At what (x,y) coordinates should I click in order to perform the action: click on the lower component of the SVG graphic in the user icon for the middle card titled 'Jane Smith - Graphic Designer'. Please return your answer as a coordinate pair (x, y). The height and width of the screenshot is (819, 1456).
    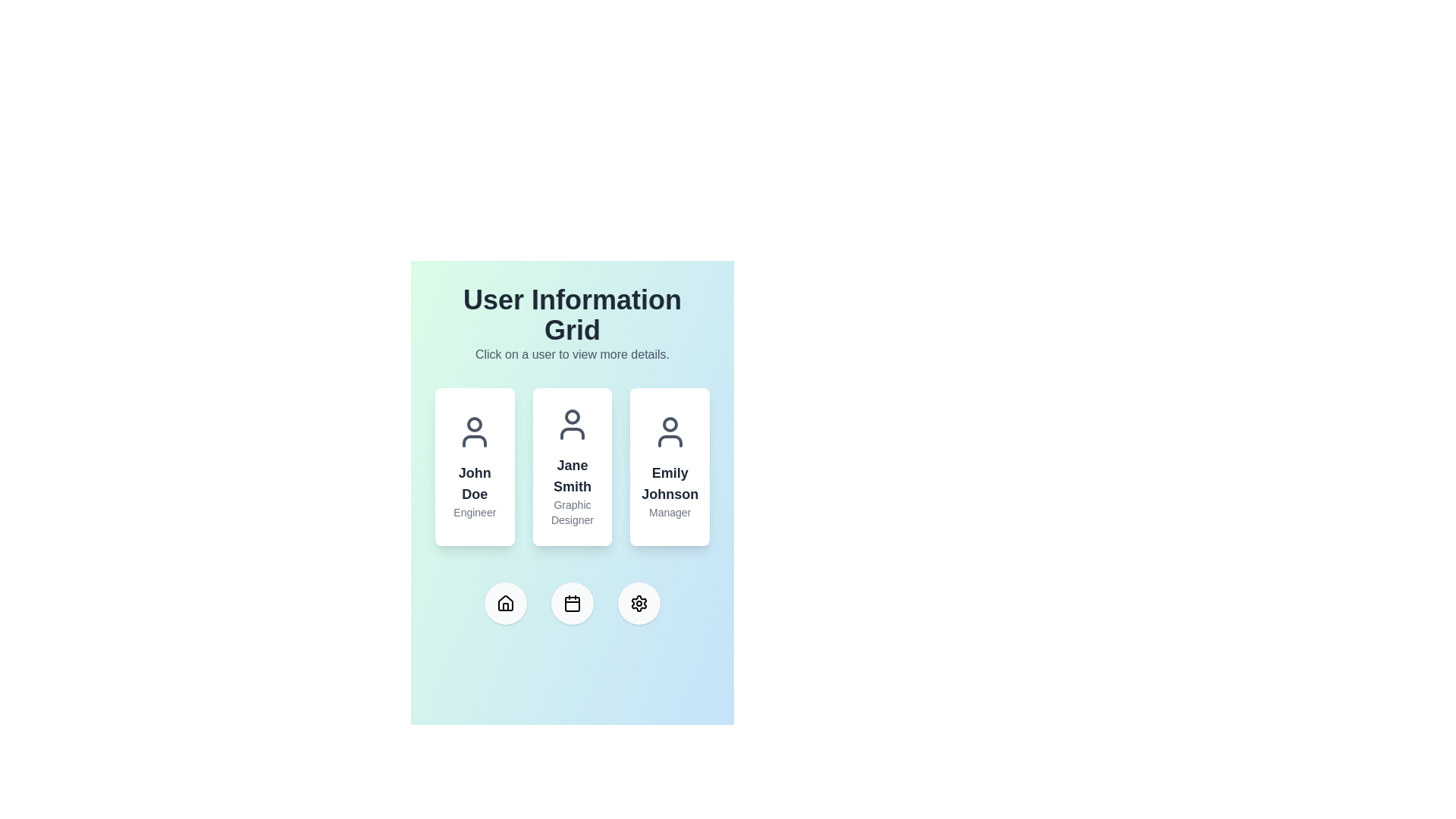
    Looking at the image, I should click on (571, 433).